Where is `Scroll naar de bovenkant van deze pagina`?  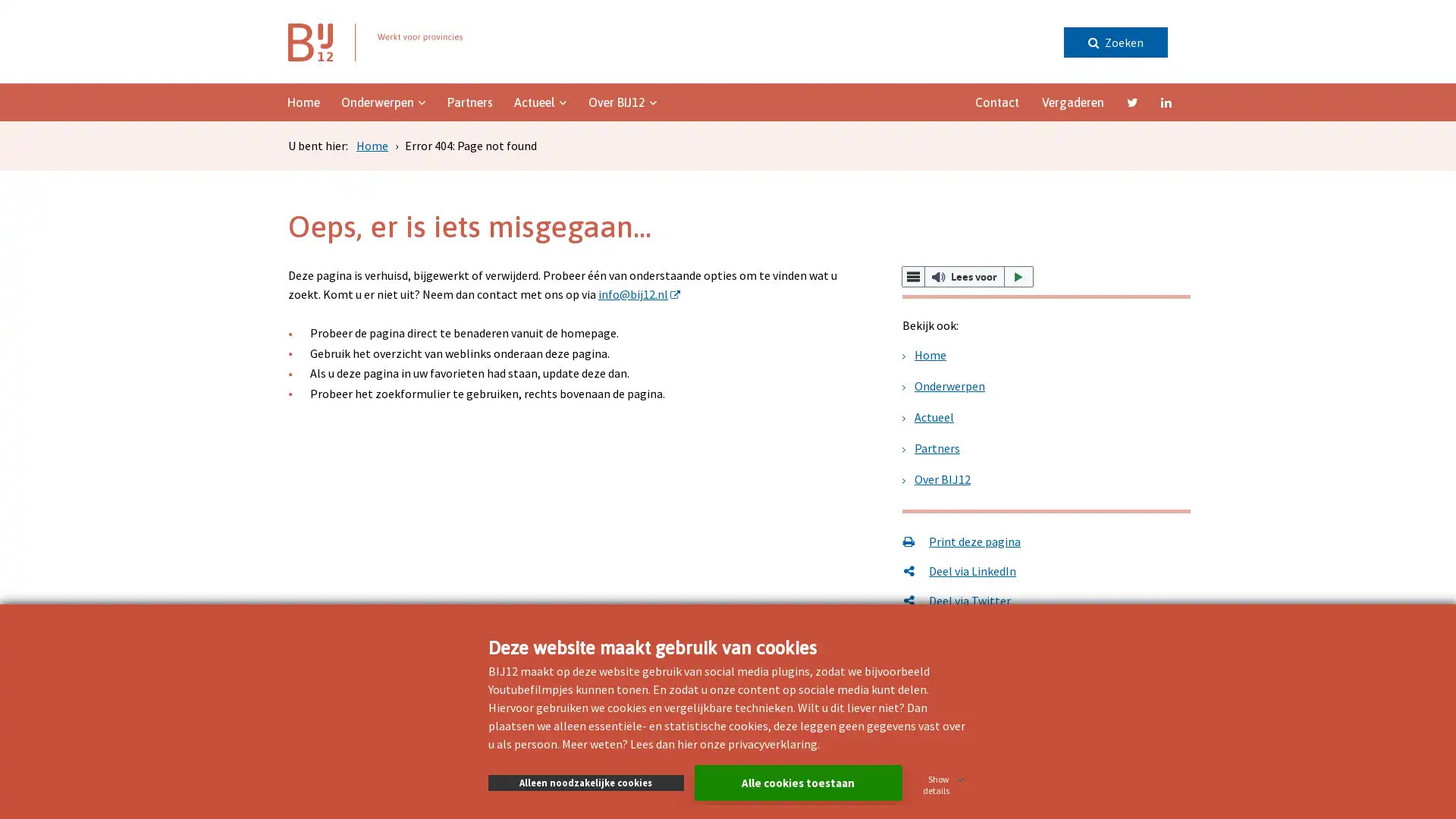
Scroll naar de bovenkant van deze pagina is located at coordinates (1399, 388).